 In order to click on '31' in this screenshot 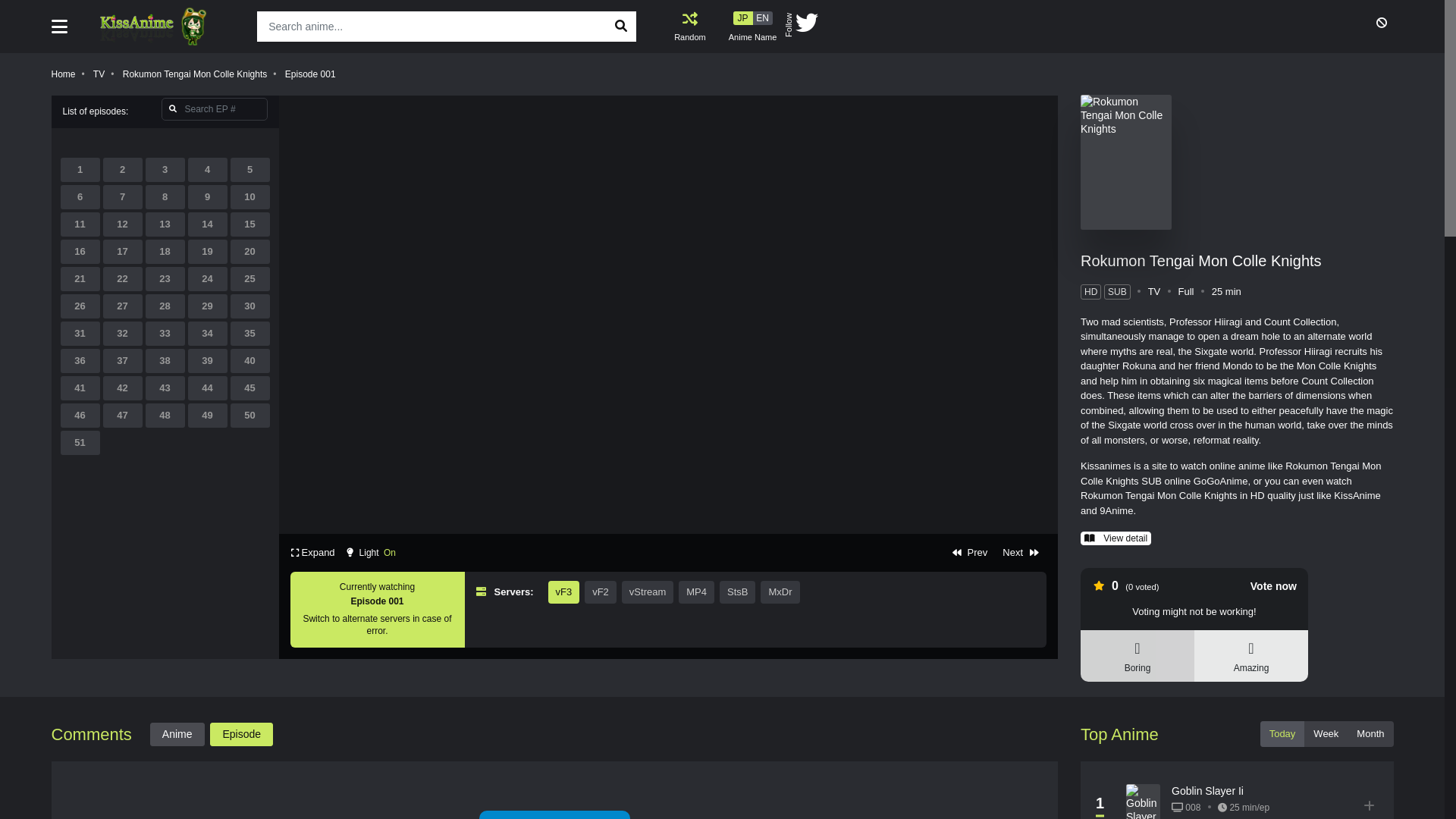, I will do `click(61, 332)`.